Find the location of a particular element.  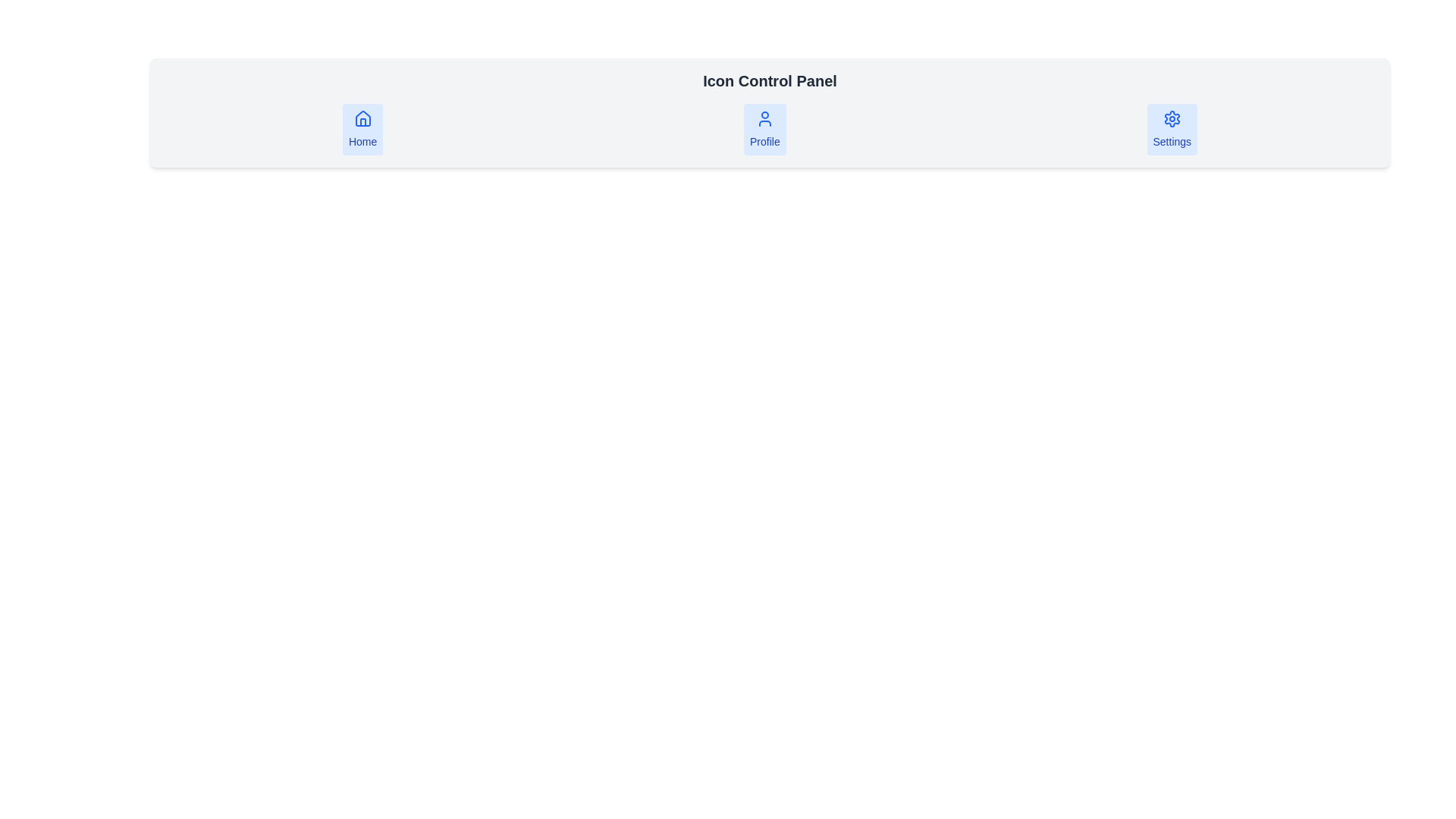

text label that says 'Profile', styled in small dark blue font, located below the user profile icon in the center of the row is located at coordinates (764, 141).